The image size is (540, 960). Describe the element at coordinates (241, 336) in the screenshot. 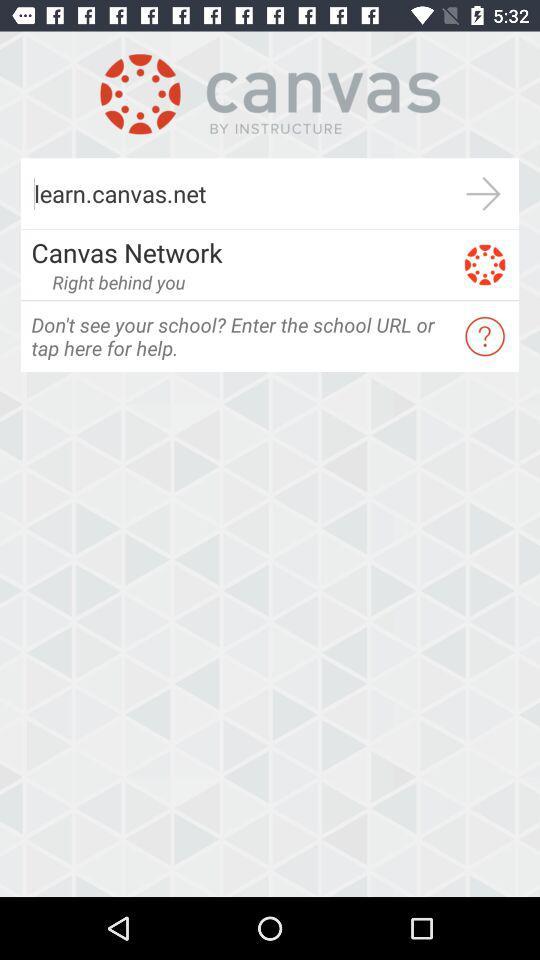

I see `app below right behind you app` at that location.